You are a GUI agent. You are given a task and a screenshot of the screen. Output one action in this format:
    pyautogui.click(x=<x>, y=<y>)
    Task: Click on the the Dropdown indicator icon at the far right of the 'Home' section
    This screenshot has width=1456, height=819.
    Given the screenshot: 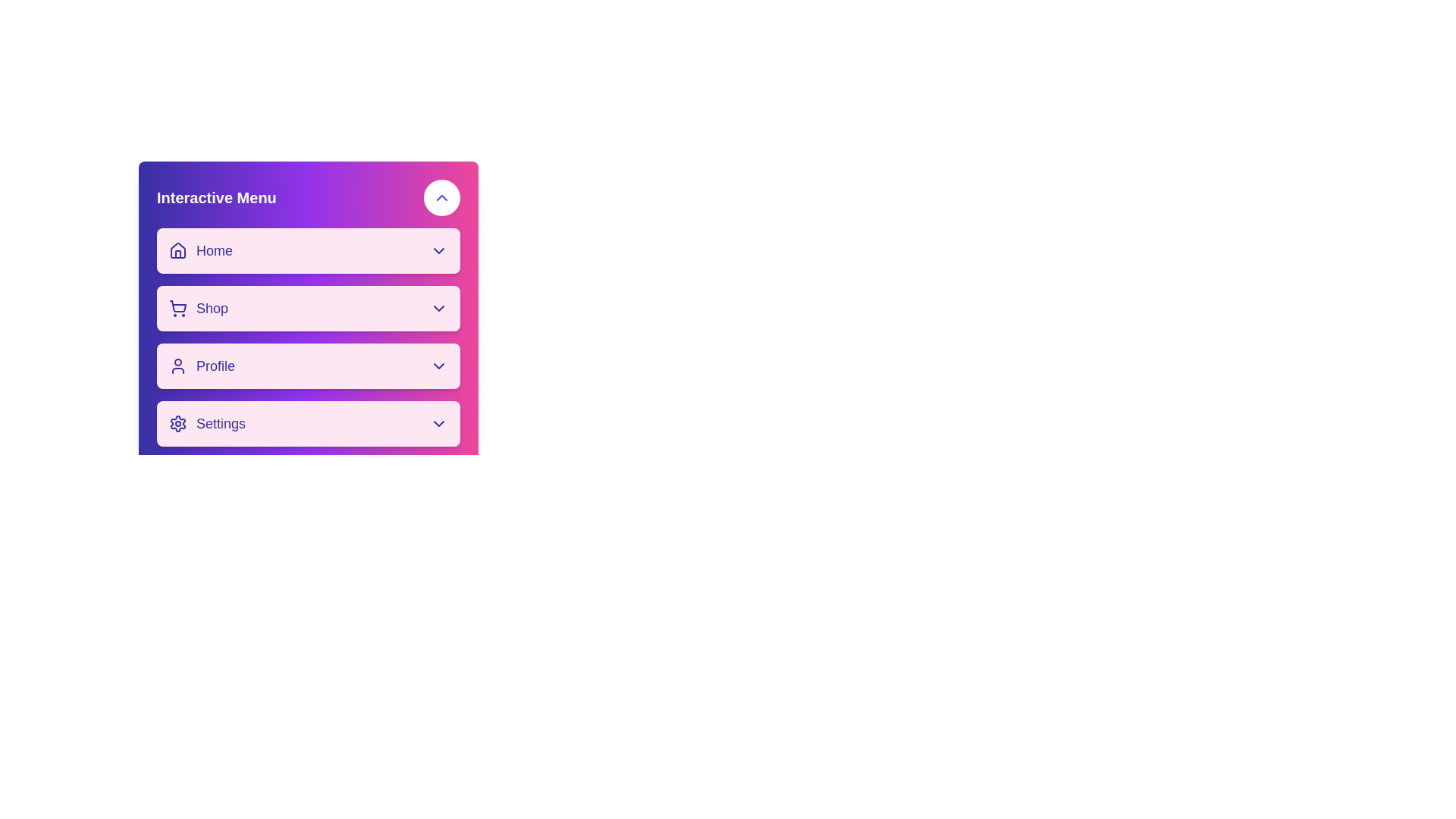 What is the action you would take?
    pyautogui.click(x=438, y=250)
    